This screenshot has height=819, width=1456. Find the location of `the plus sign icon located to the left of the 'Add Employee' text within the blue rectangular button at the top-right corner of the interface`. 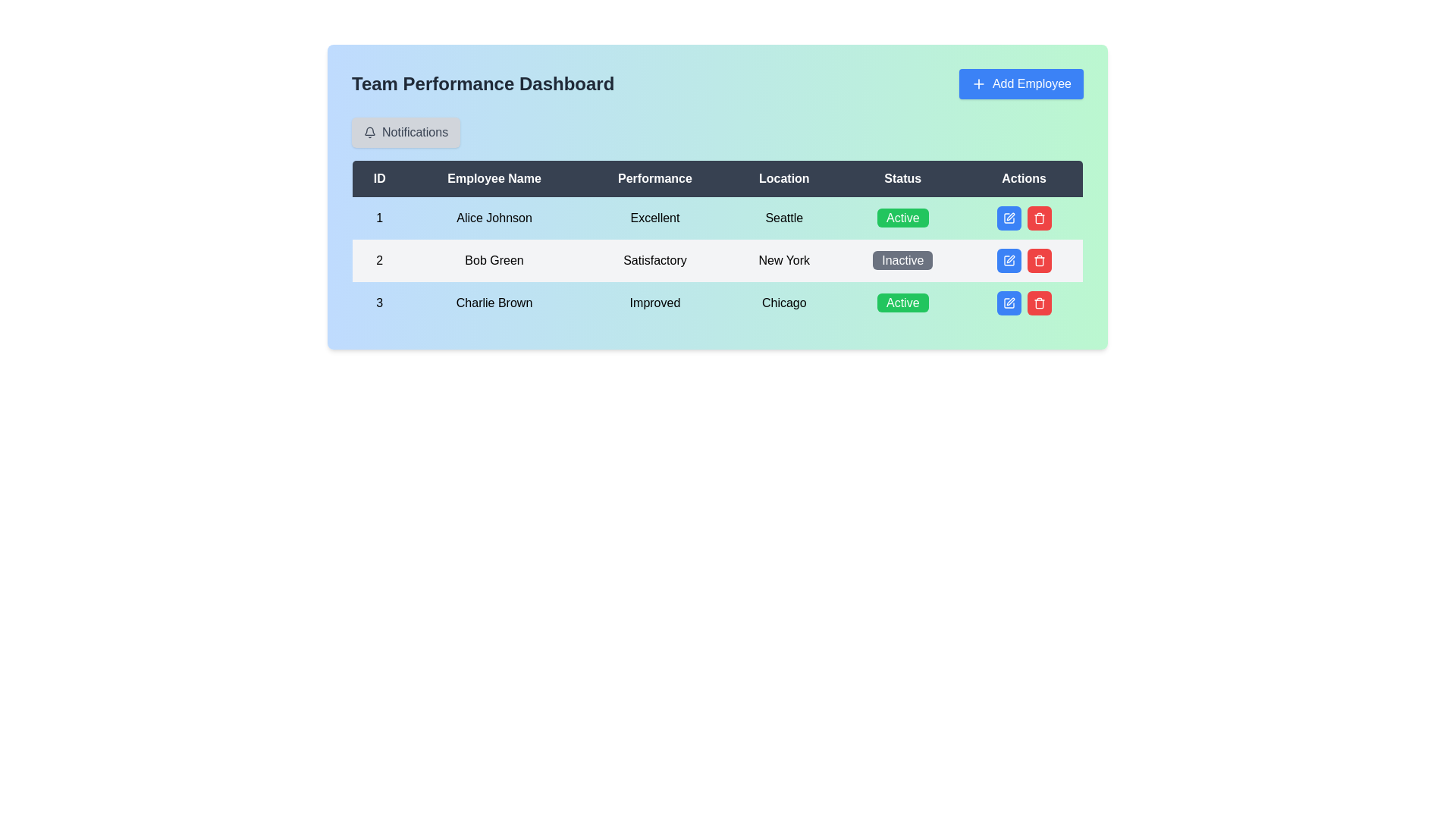

the plus sign icon located to the left of the 'Add Employee' text within the blue rectangular button at the top-right corner of the interface is located at coordinates (979, 84).